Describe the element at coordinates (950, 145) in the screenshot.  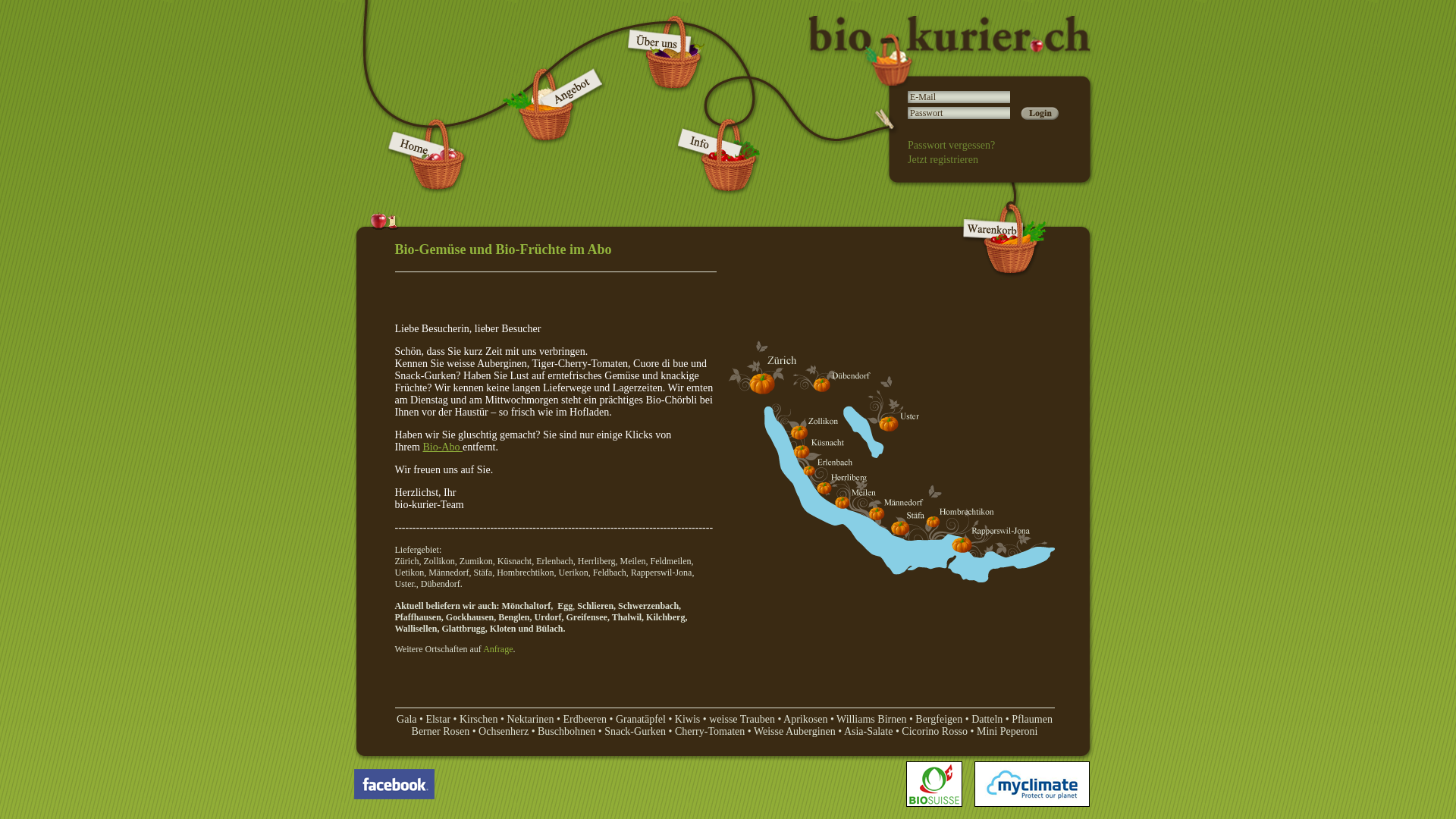
I see `'Passwort vergessen?'` at that location.